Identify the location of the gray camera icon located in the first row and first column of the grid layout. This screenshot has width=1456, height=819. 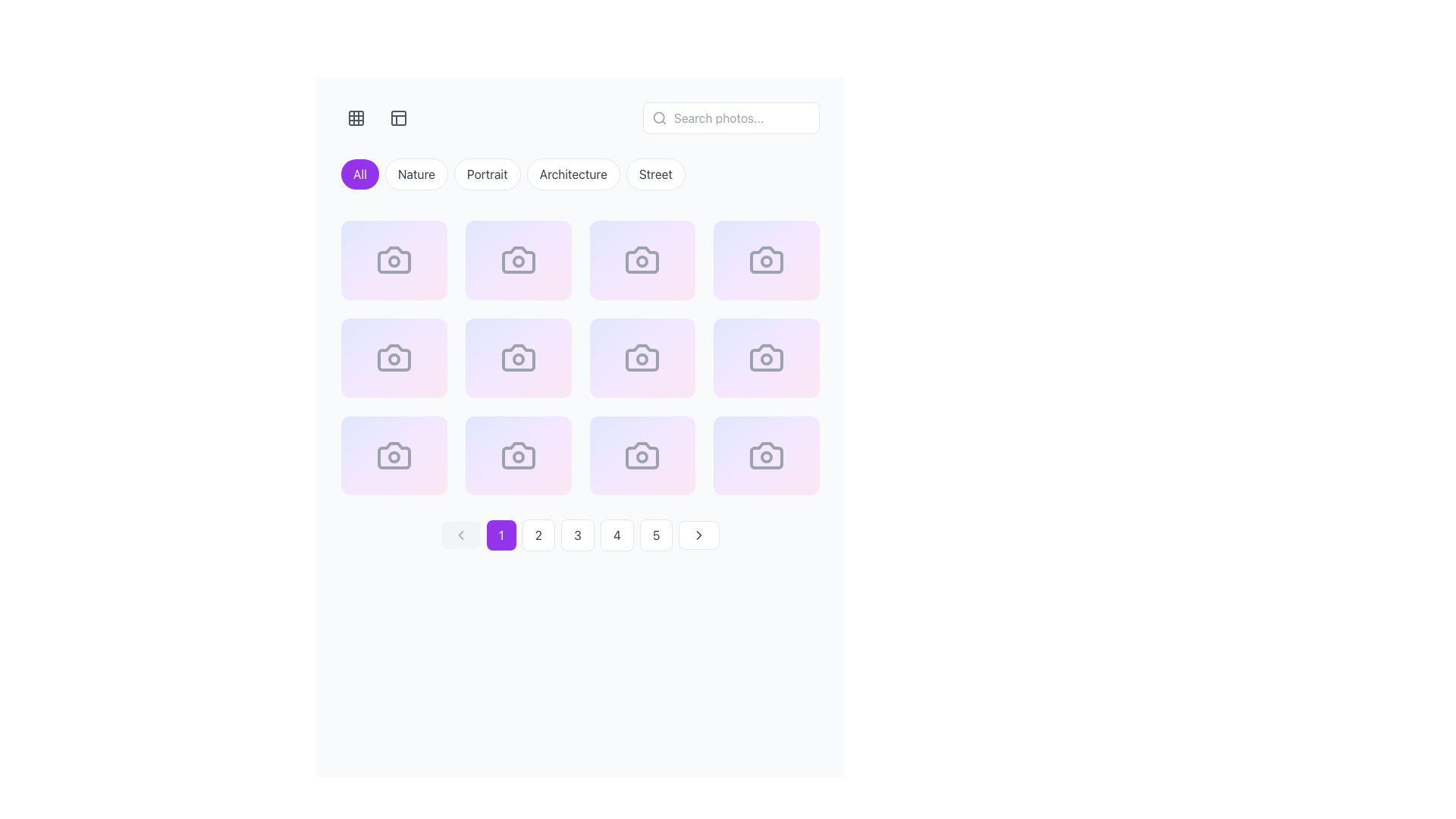
(394, 259).